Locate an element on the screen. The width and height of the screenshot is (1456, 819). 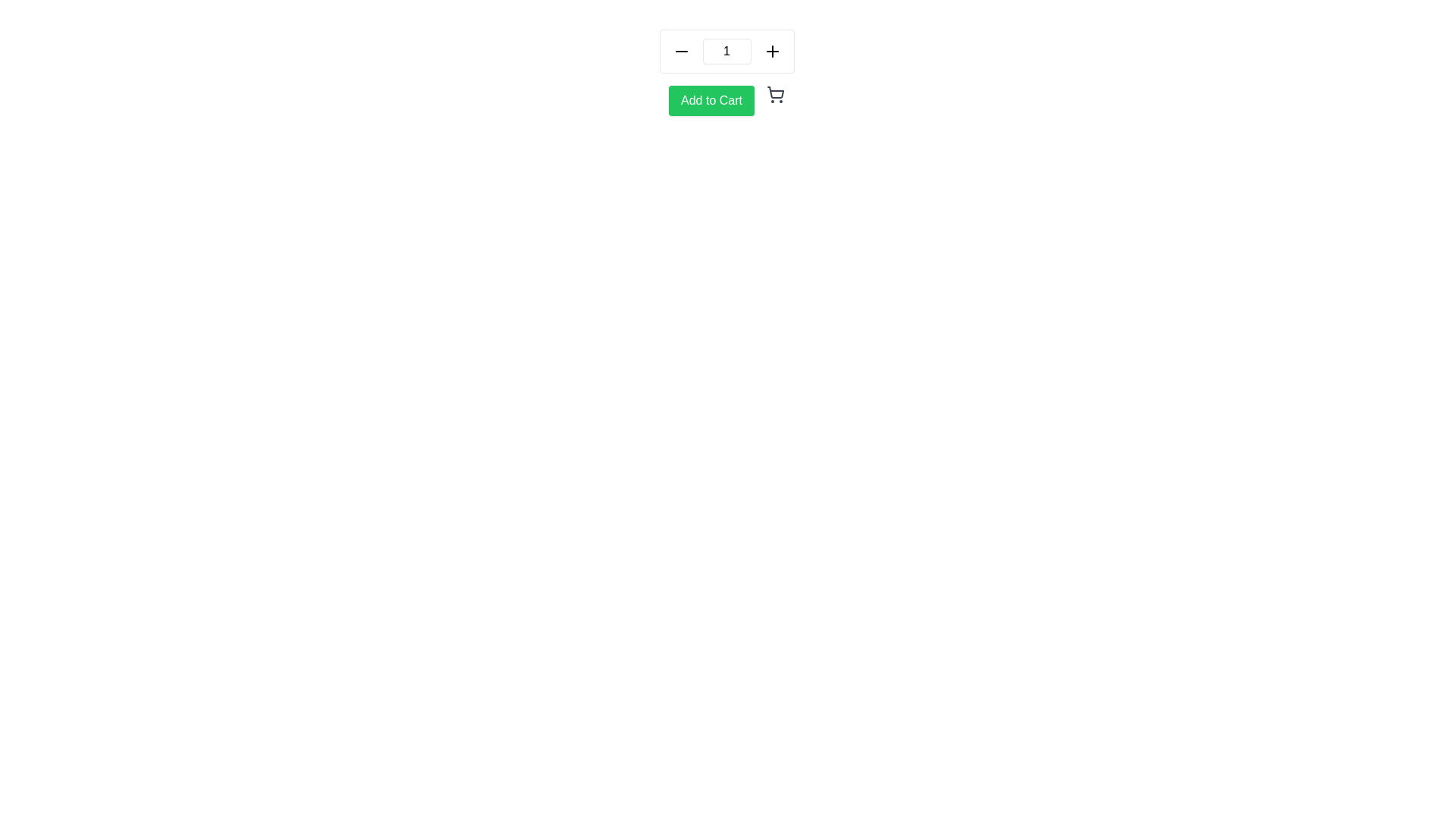
the minus sign button located on the left side of the quantity selector is located at coordinates (680, 51).